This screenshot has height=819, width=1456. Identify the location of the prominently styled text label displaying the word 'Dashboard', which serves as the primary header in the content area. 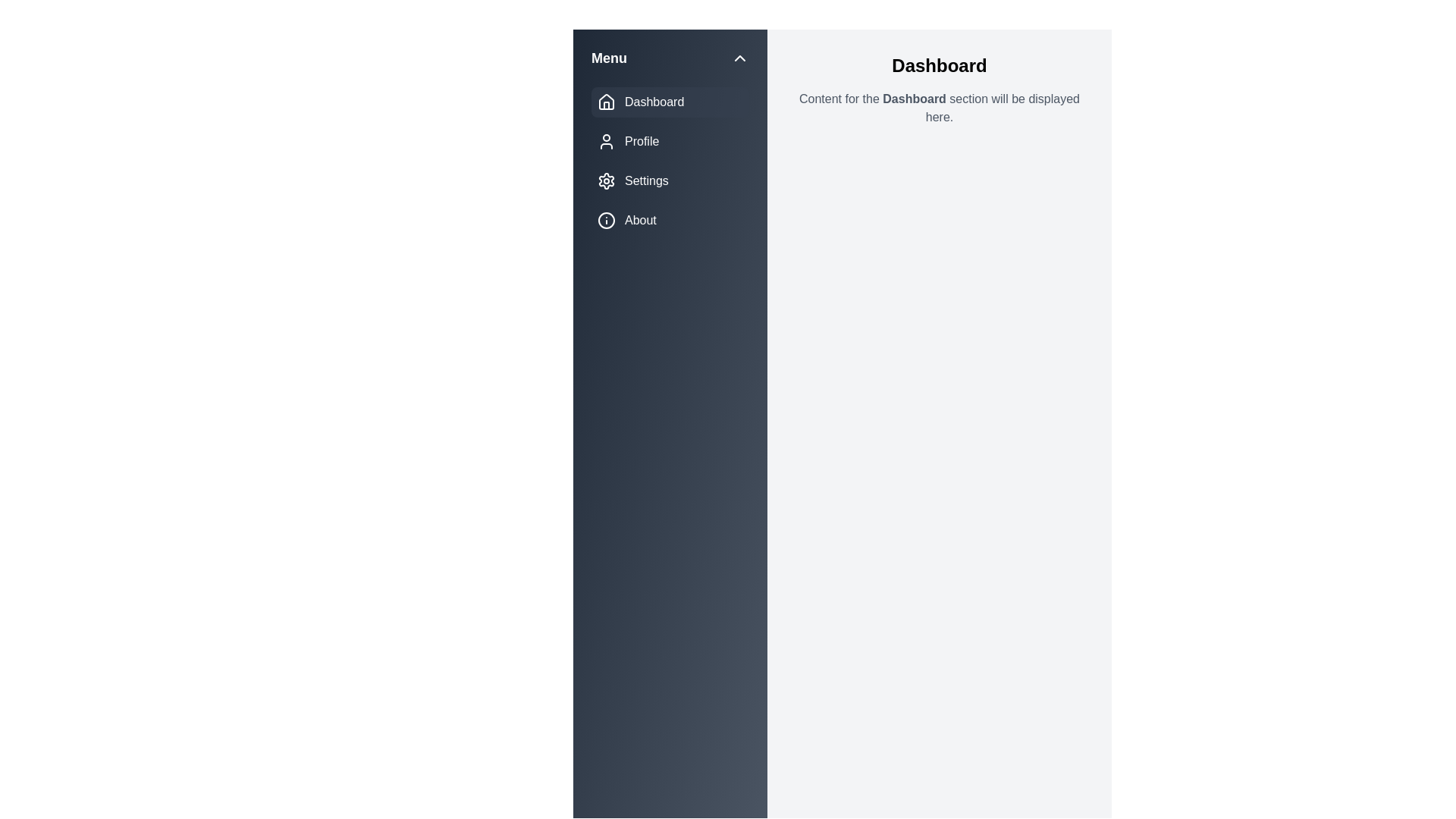
(938, 65).